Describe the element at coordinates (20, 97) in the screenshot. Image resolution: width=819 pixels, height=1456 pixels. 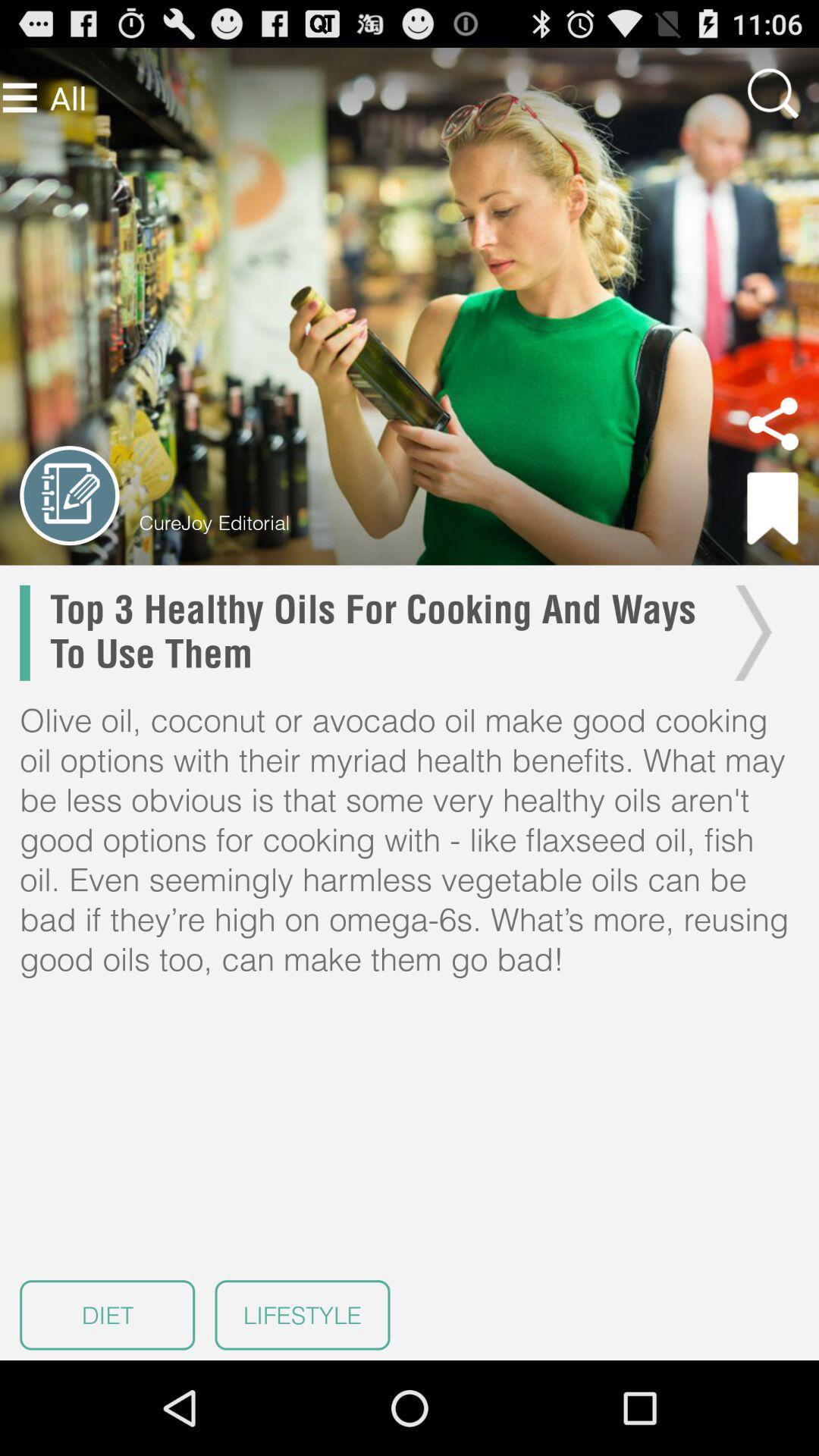
I see `menu` at that location.